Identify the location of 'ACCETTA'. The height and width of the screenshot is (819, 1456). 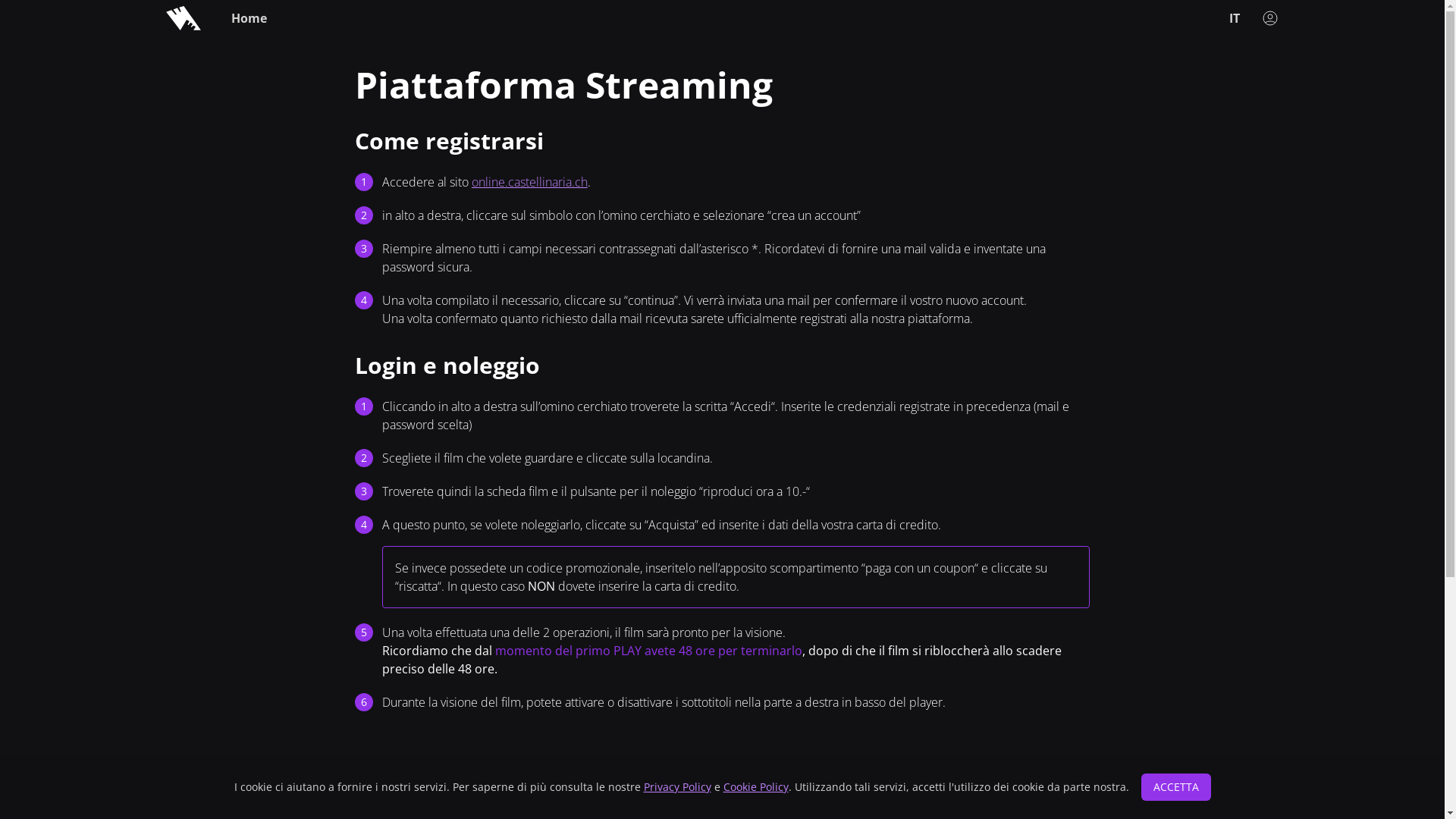
(1140, 786).